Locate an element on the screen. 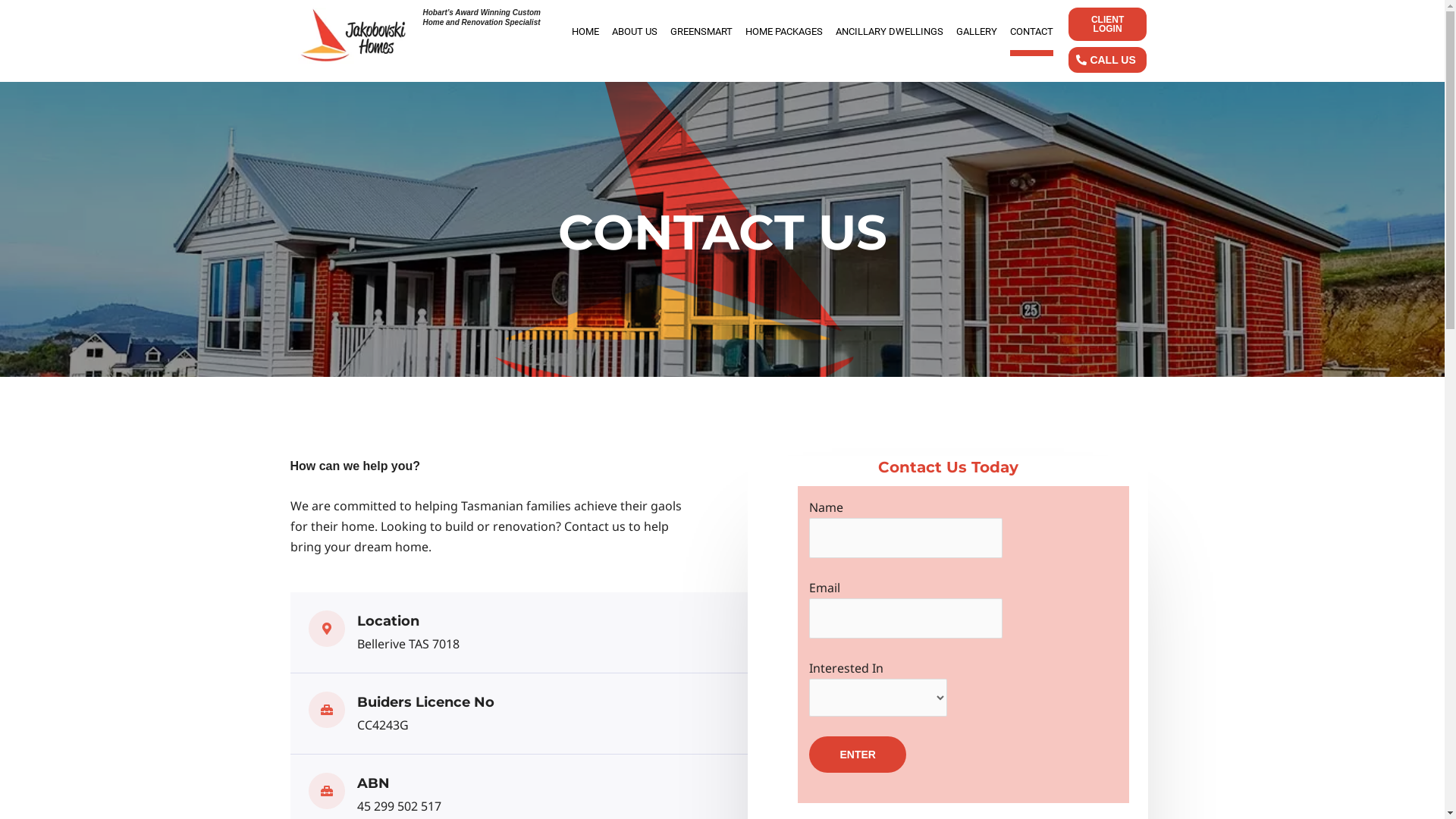  'HOME' is located at coordinates (585, 32).